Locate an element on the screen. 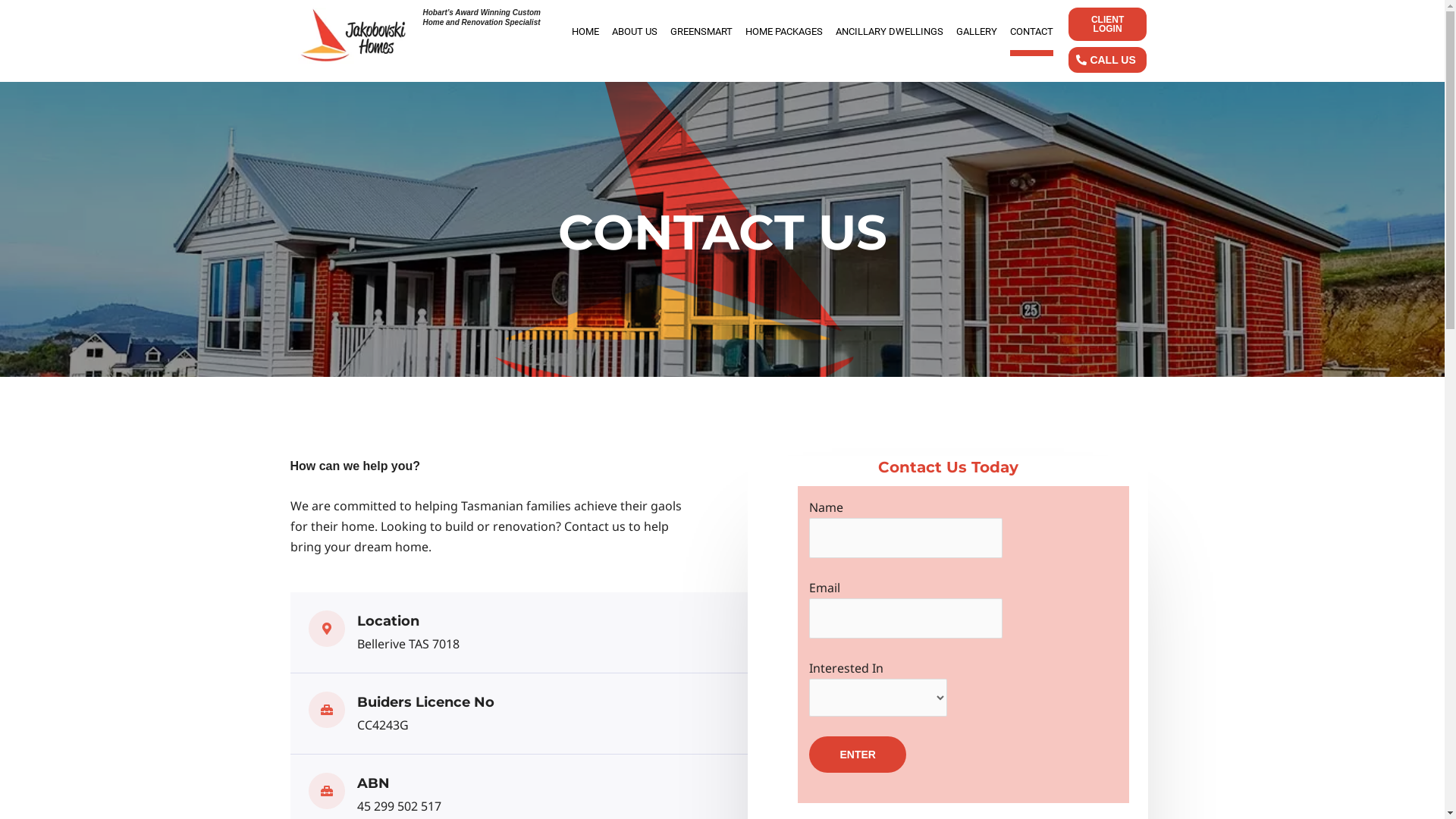  'HOME' is located at coordinates (585, 32).